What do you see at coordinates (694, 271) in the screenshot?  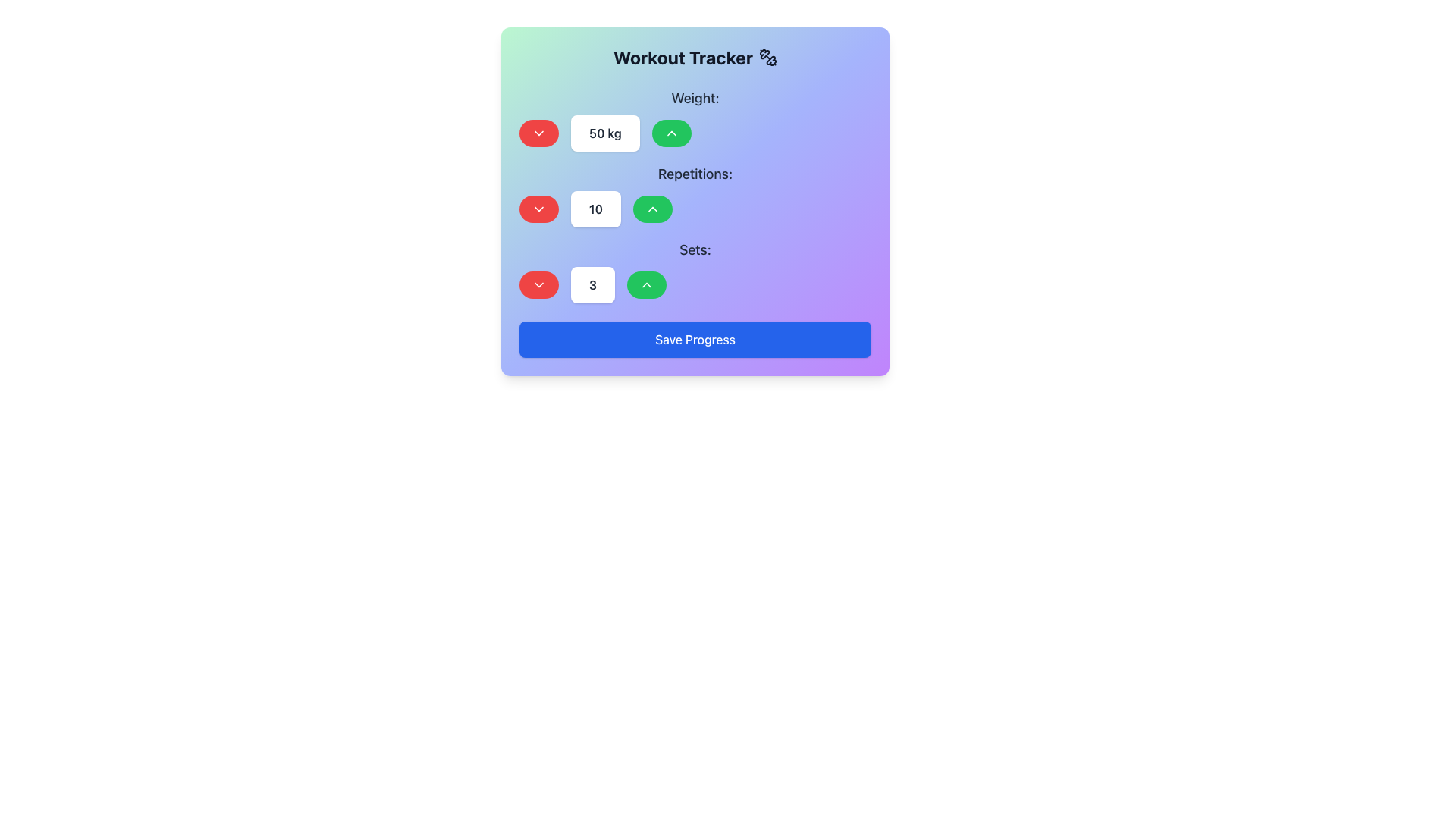 I see `the upward chevron button to increase the number of sets in the workout adjustment element located under the 'Workout Tracker' title` at bounding box center [694, 271].